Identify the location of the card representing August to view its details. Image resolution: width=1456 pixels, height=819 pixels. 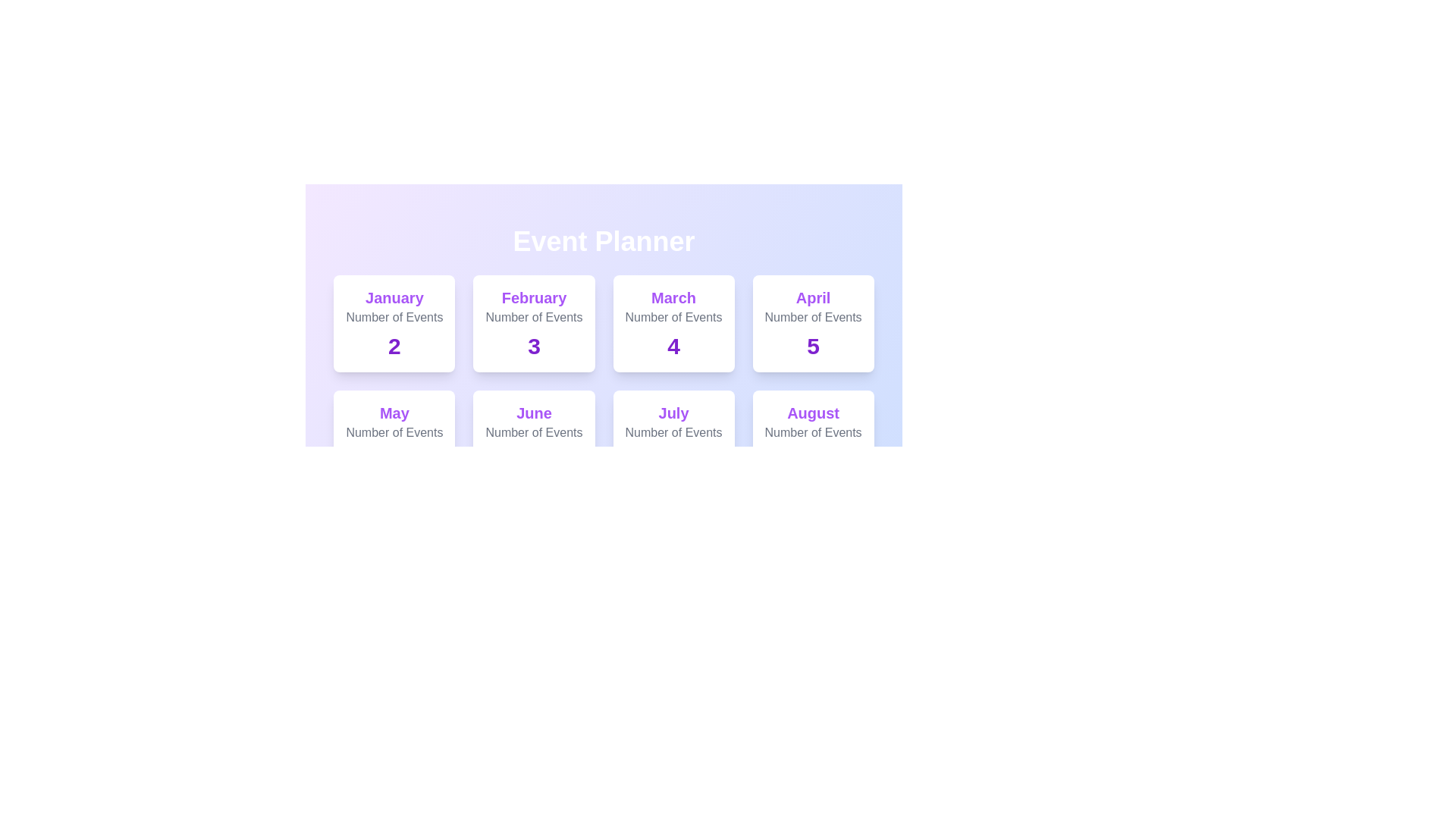
(811, 438).